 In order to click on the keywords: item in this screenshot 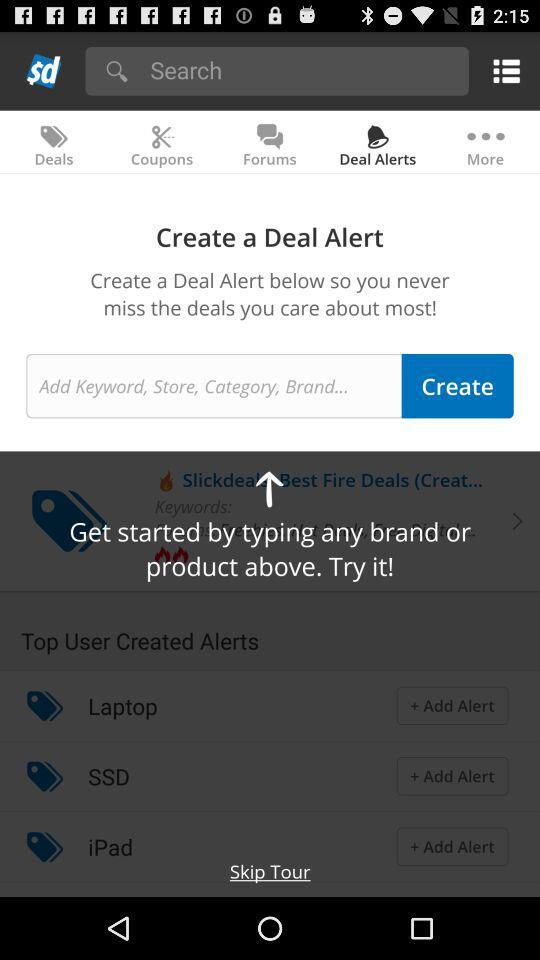, I will do `click(193, 505)`.